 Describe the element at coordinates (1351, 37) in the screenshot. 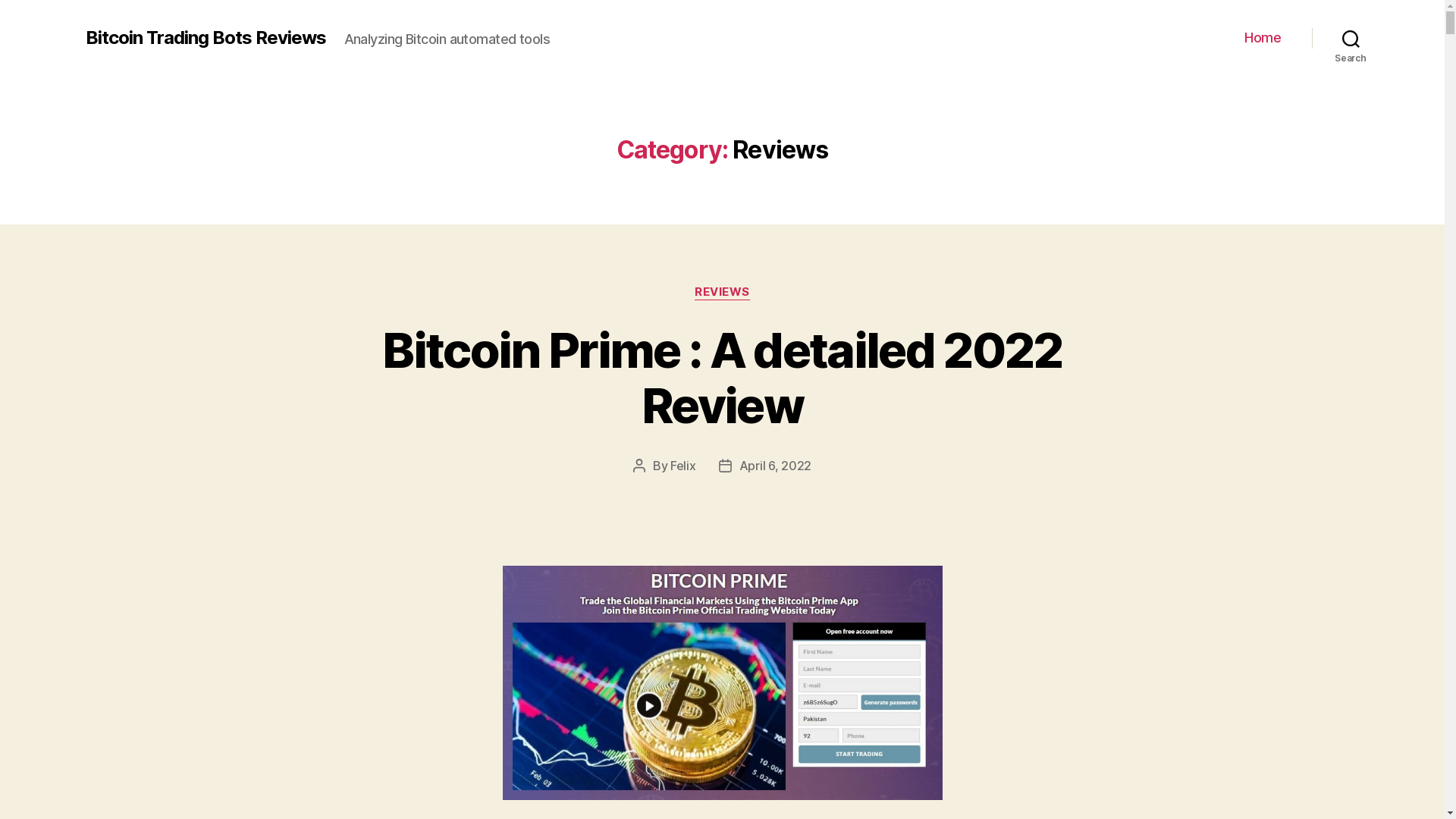

I see `'Search'` at that location.